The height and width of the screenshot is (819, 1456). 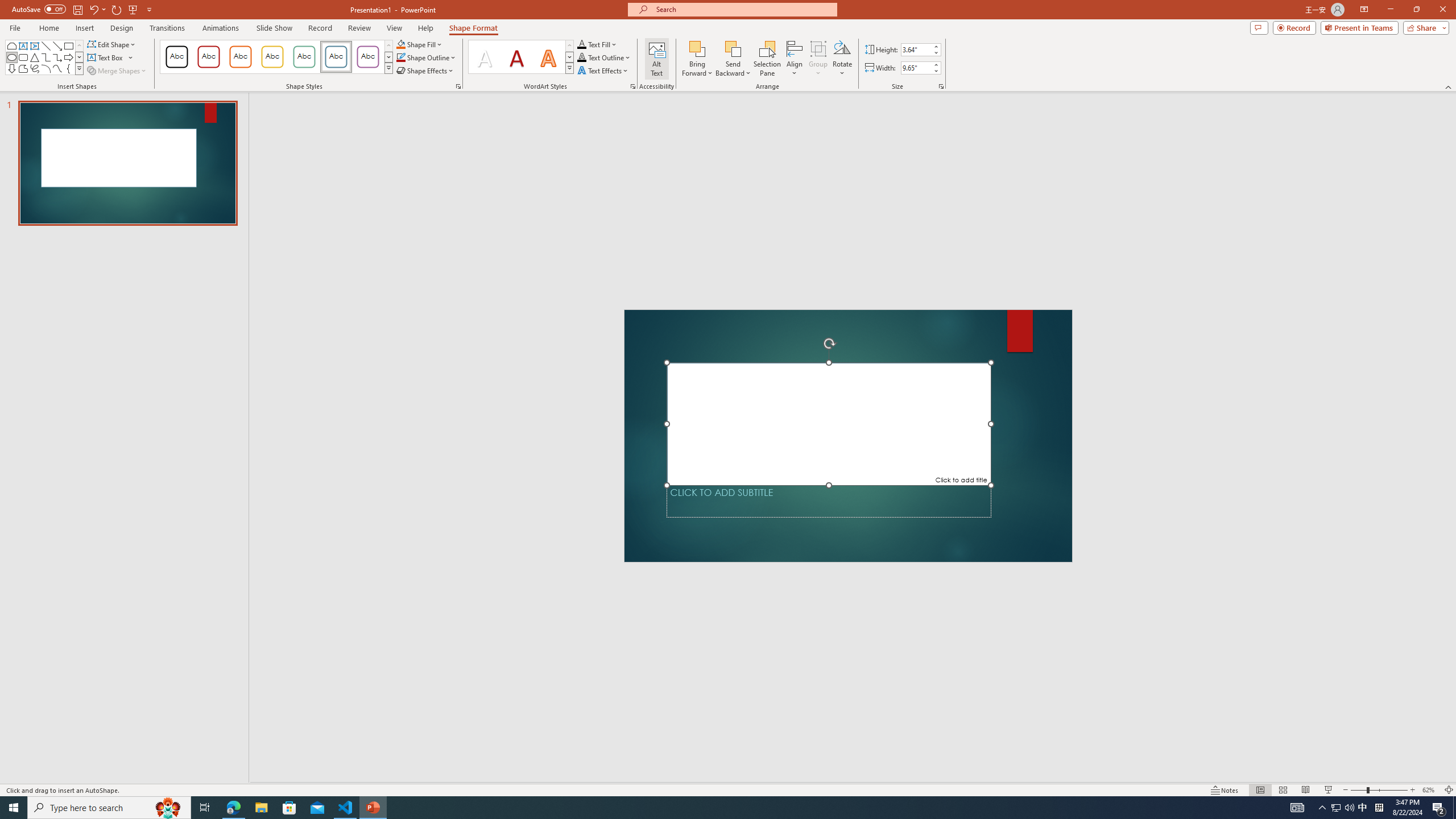 I want to click on 'Title TextBox', so click(x=828, y=423).